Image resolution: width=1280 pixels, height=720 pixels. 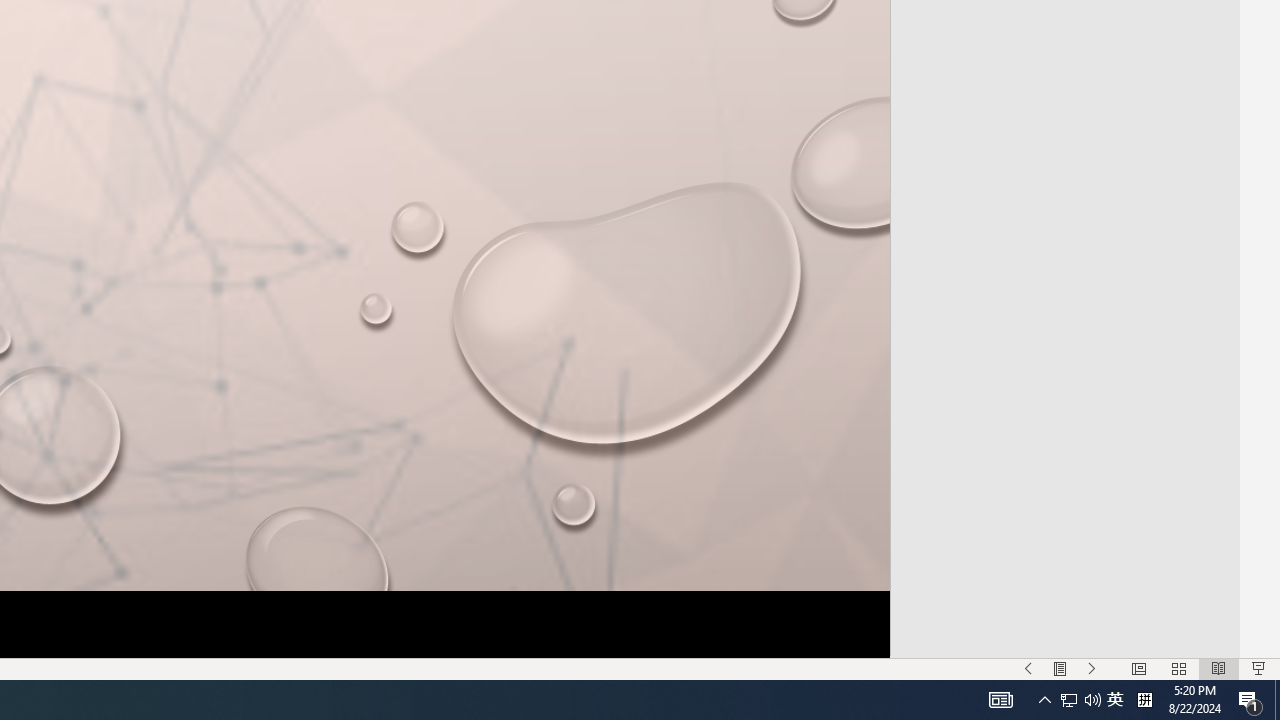 What do you see at coordinates (1250, 698) in the screenshot?
I see `'Action Center, 1 new notification'` at bounding box center [1250, 698].